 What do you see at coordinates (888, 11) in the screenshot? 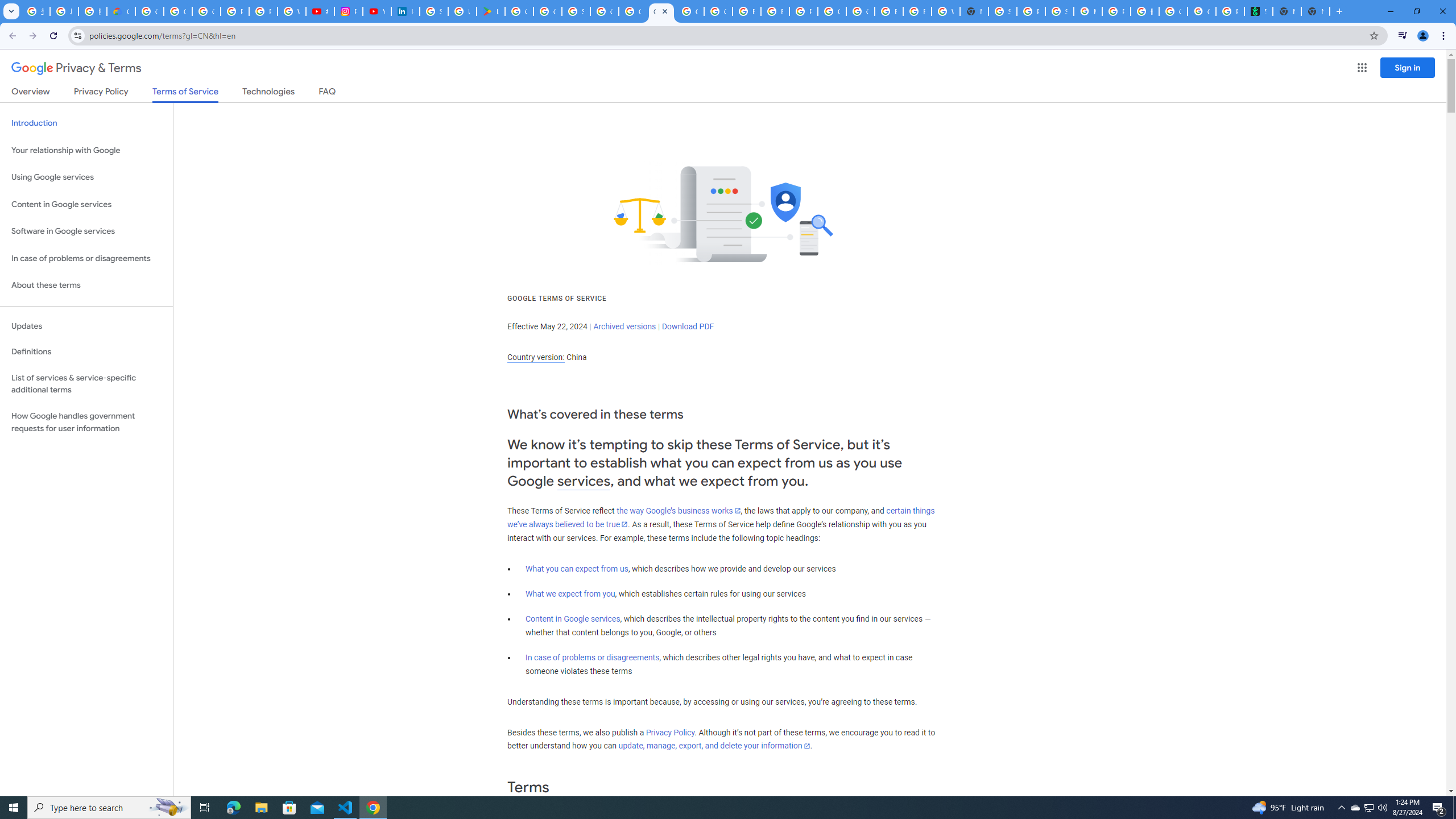
I see `'Browse Chrome as a guest - Computer - Google Chrome Help'` at bounding box center [888, 11].